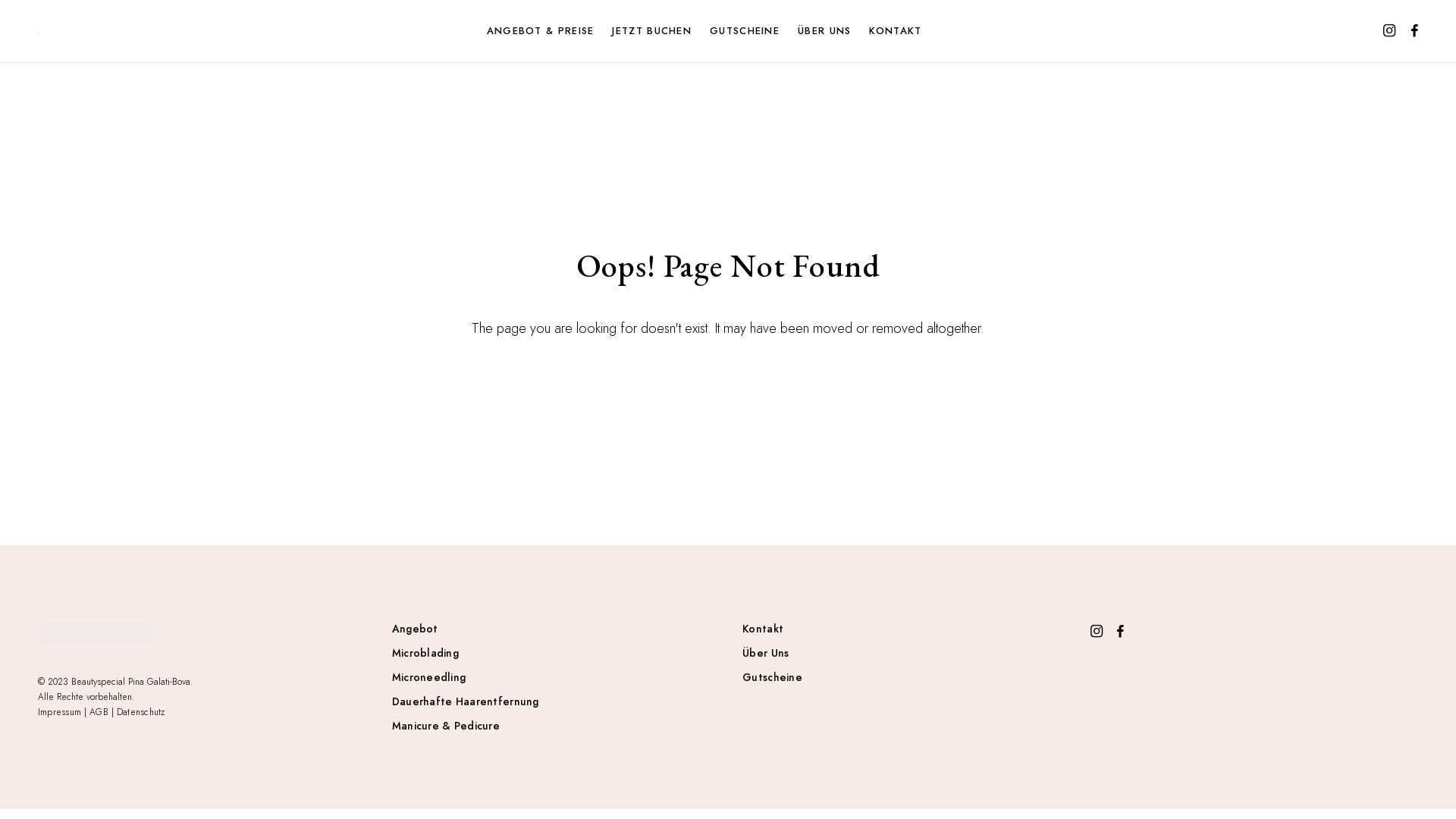  I want to click on 'JETZT BUCHEN', so click(658, 31).